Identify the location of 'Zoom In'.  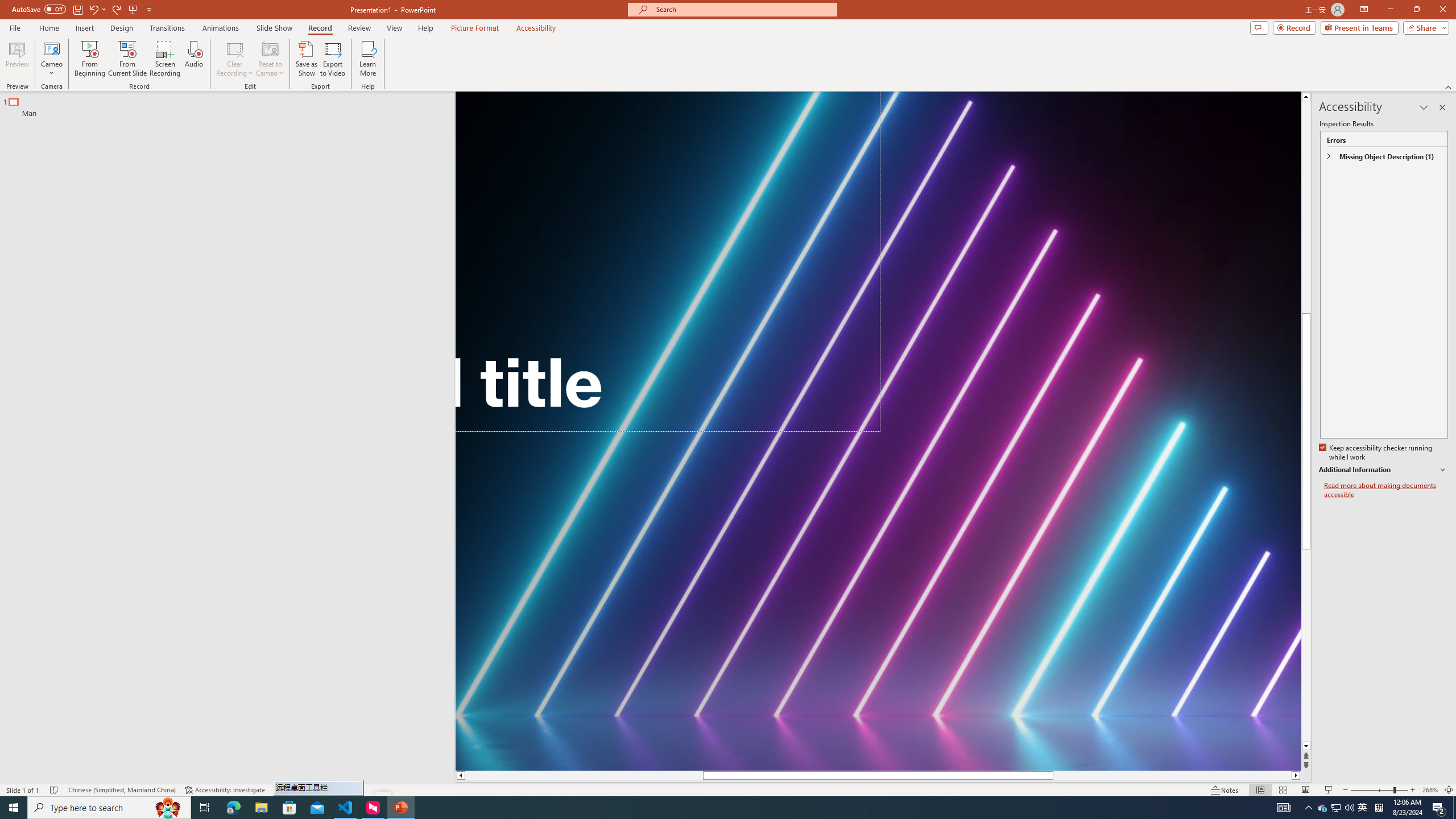
(1412, 790).